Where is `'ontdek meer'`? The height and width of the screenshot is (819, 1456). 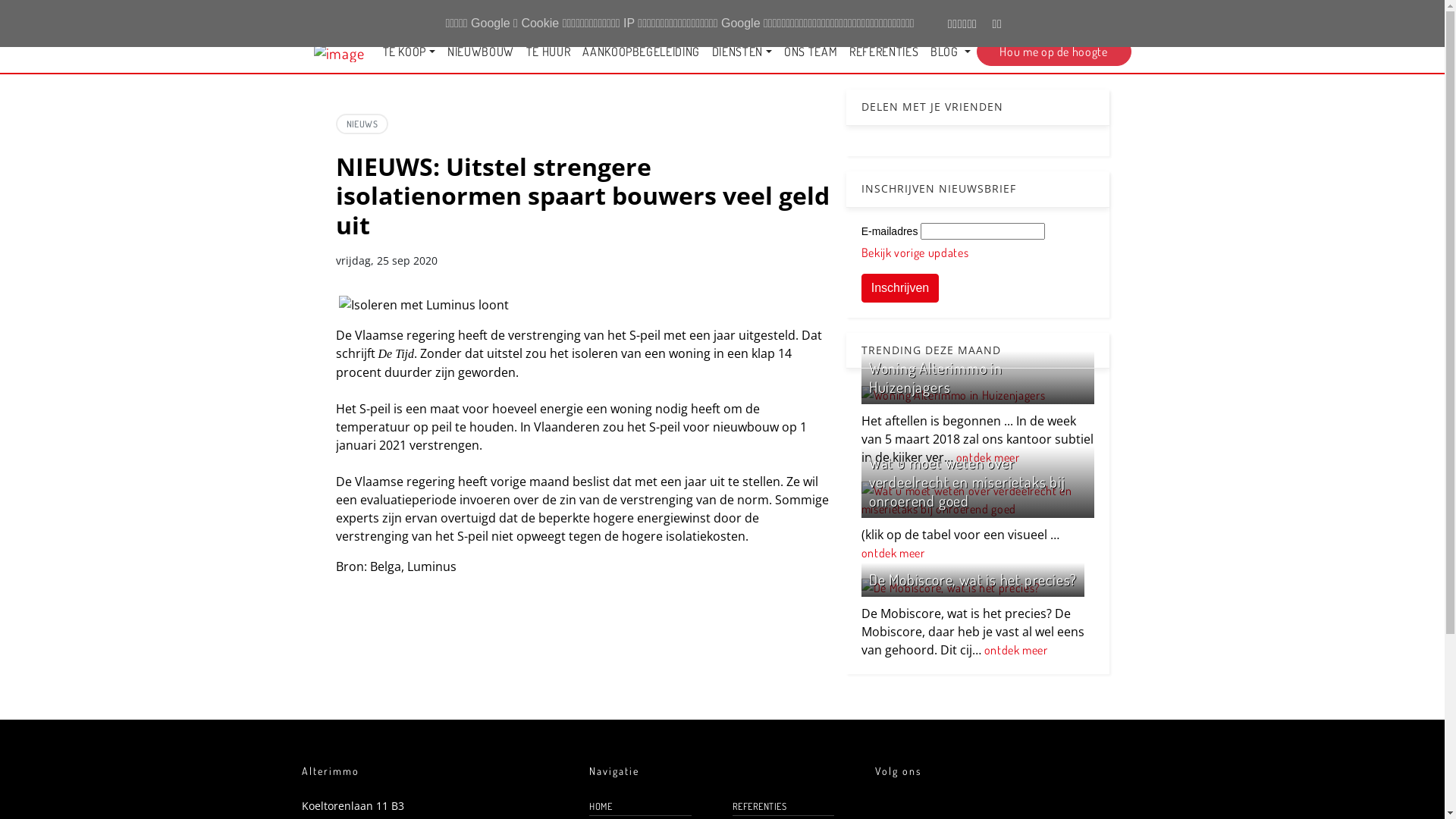
'ontdek meer' is located at coordinates (987, 456).